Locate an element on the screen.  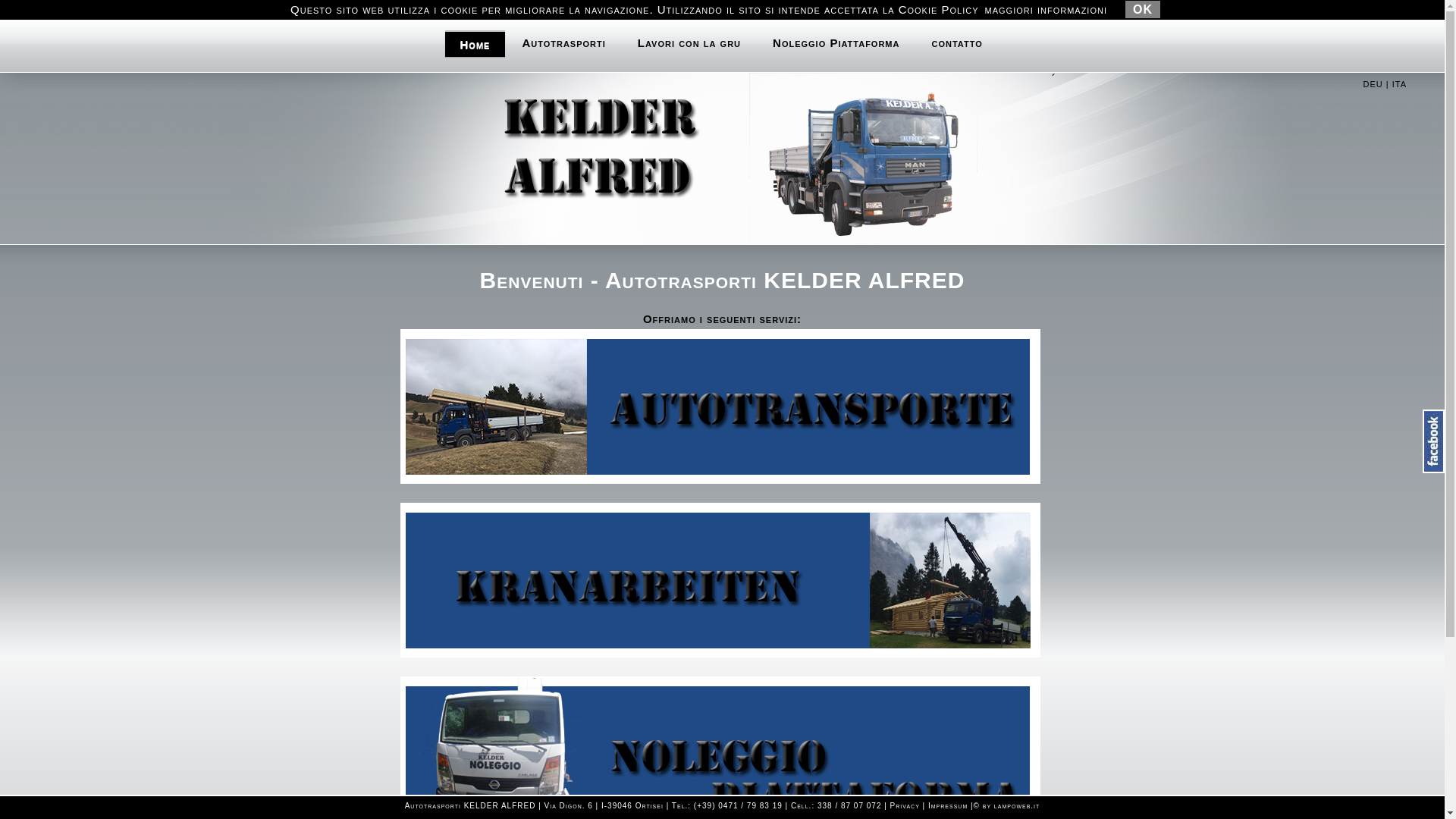
'Home' is located at coordinates (443, 42).